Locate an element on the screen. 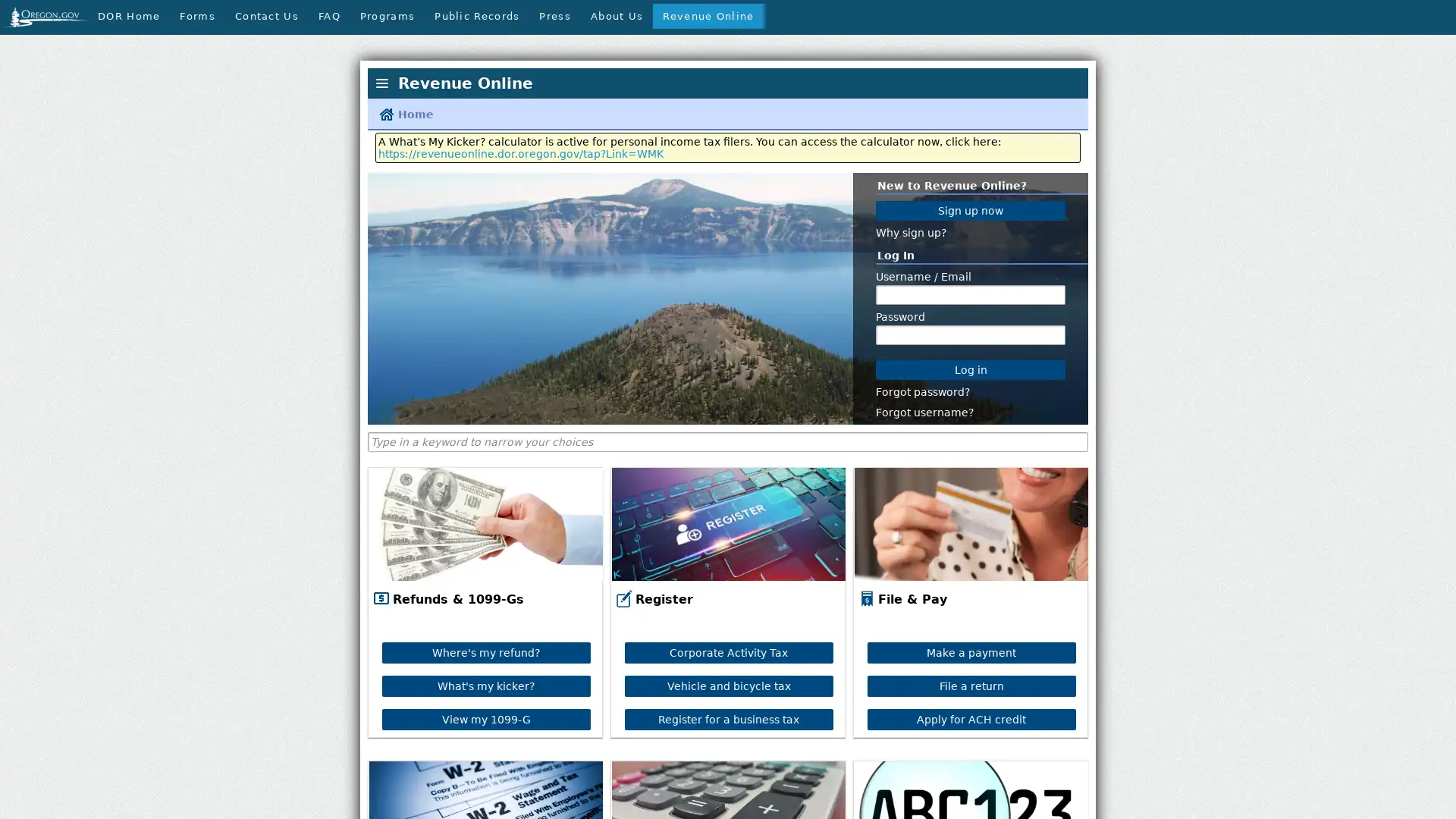 Image resolution: width=1456 pixels, height=819 pixels. Sign up now is located at coordinates (971, 210).